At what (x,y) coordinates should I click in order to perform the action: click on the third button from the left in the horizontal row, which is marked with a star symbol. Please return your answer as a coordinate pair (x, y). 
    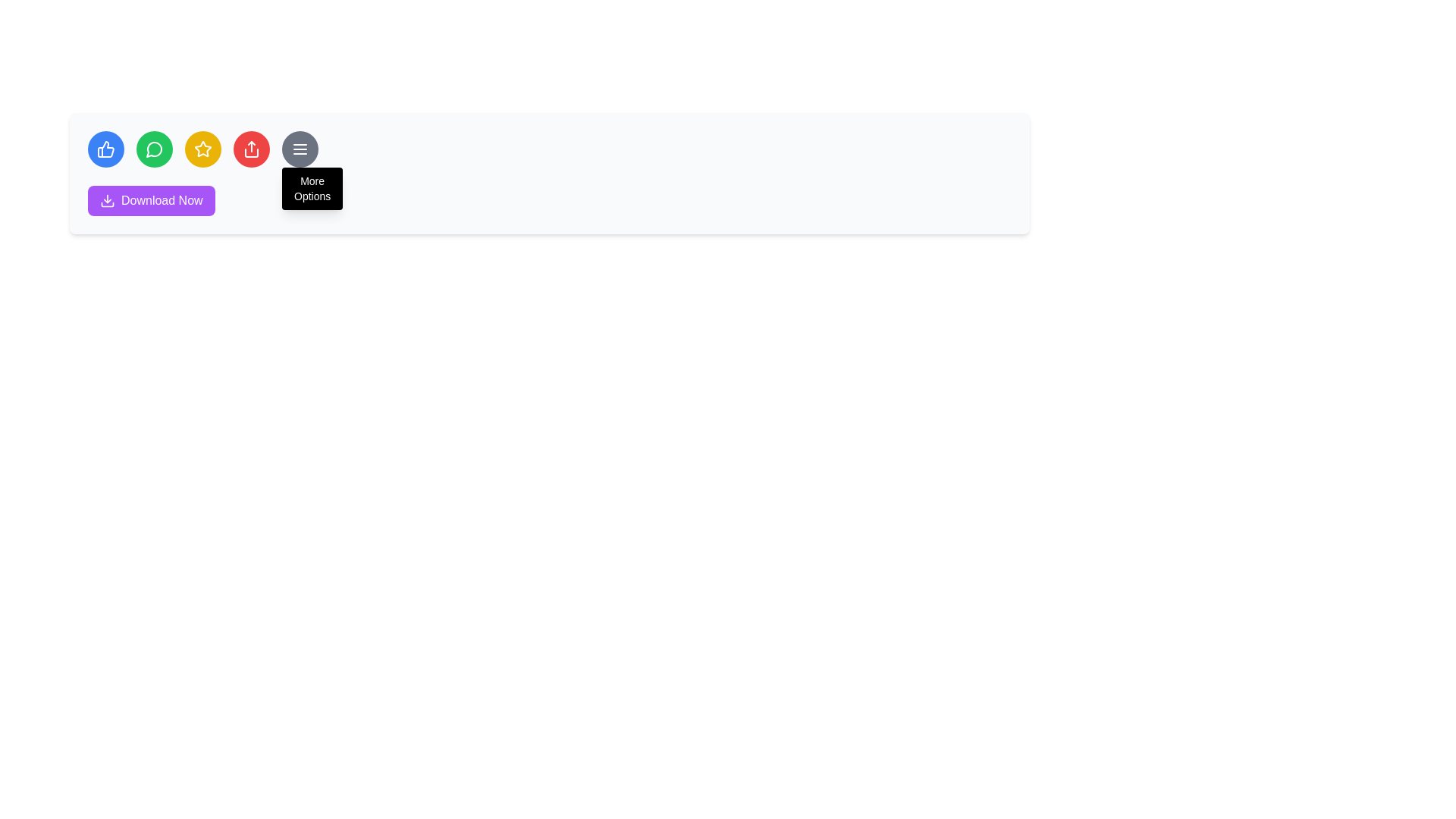
    Looking at the image, I should click on (202, 149).